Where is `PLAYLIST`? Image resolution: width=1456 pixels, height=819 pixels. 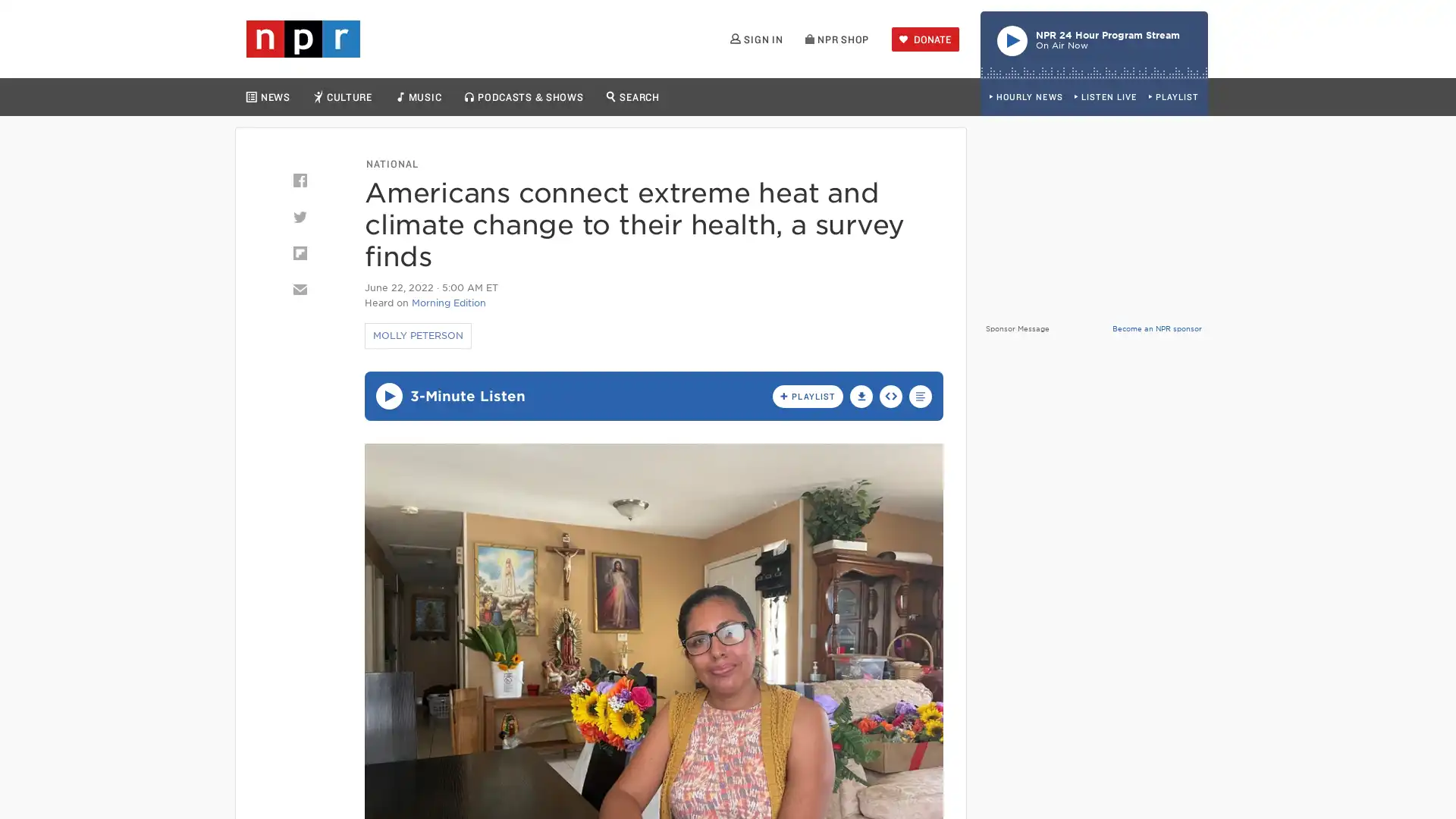
PLAYLIST is located at coordinates (1172, 97).